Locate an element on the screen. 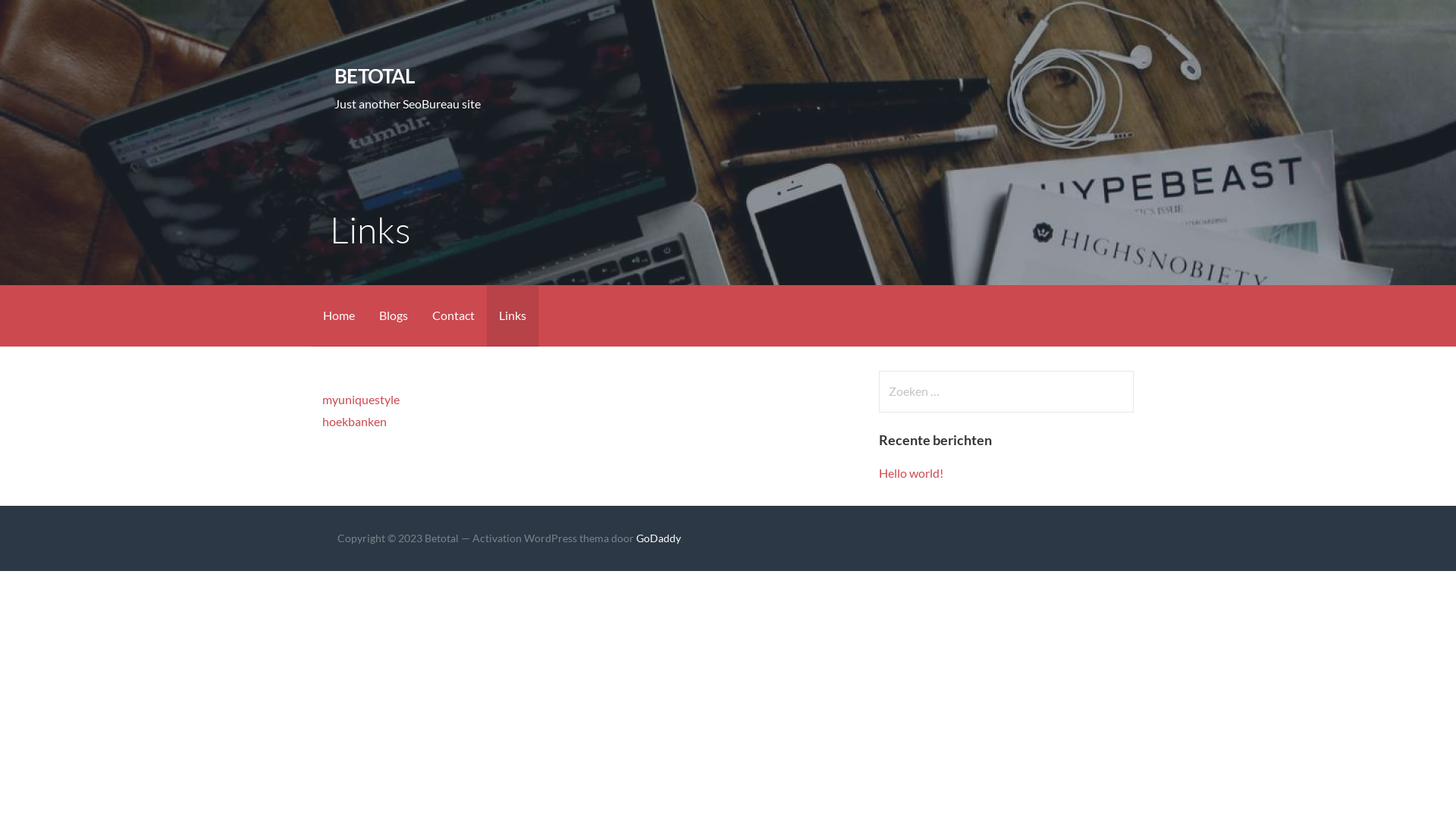 The height and width of the screenshot is (819, 1456). 'Zoeken' is located at coordinates (42, 18).